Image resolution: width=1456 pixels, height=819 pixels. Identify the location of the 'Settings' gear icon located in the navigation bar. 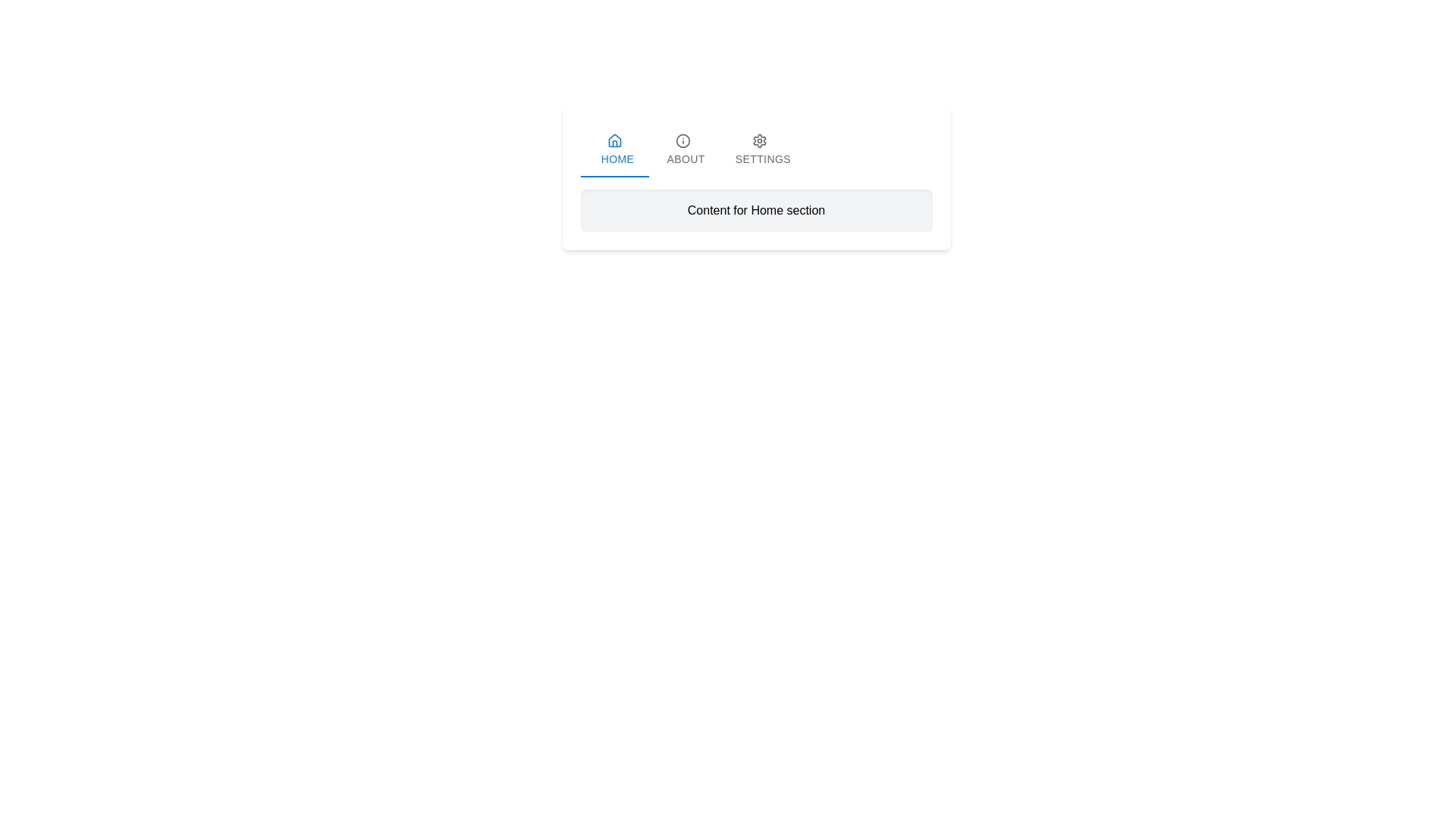
(760, 141).